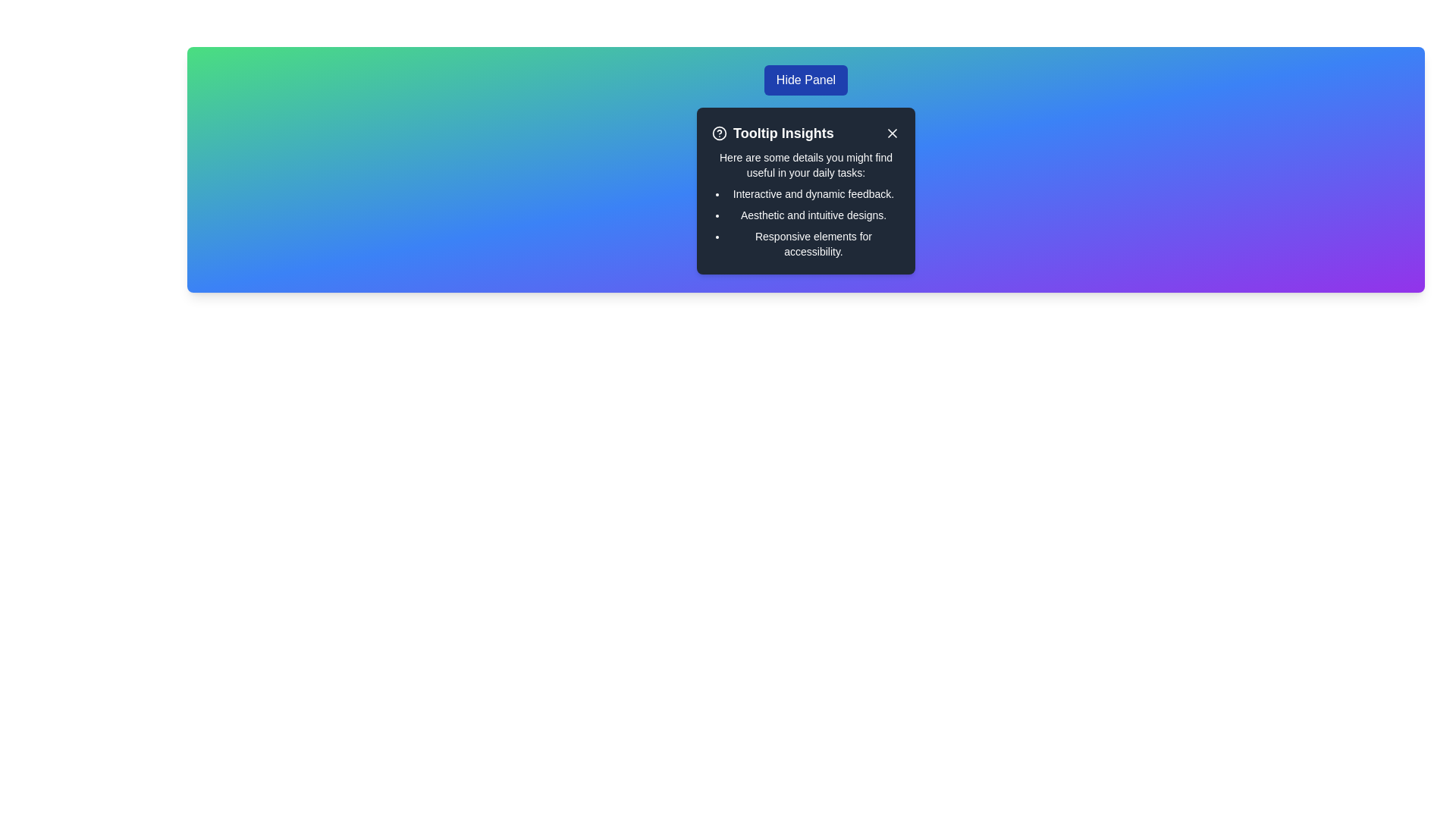 The image size is (1456, 819). Describe the element at coordinates (773, 133) in the screenshot. I see `the bold textual label displaying 'Tooltip Insights' with a question mark icon preceding it, located at the top-left of its card section` at that location.